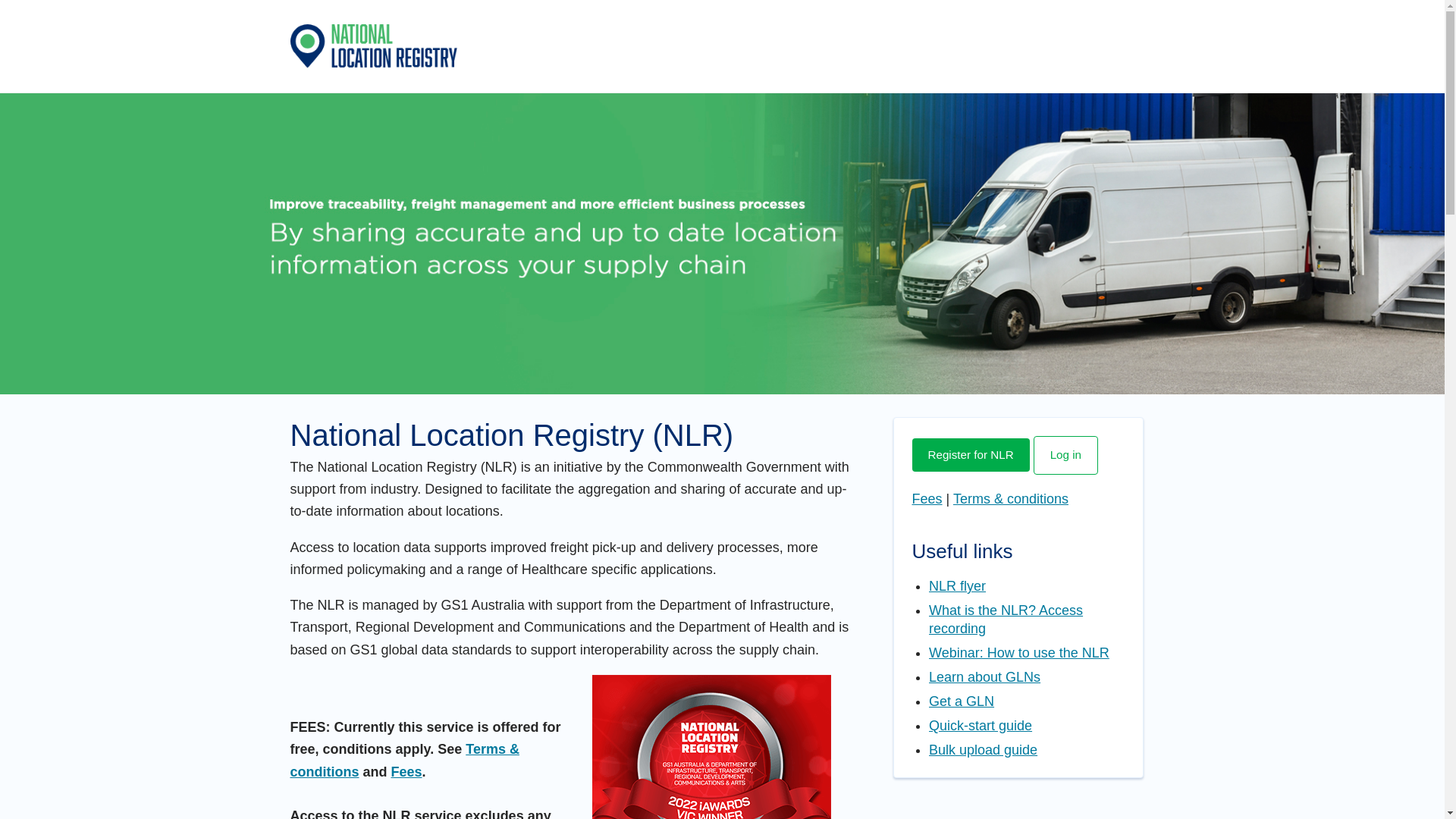  I want to click on 'Terms & conditions', so click(403, 760).